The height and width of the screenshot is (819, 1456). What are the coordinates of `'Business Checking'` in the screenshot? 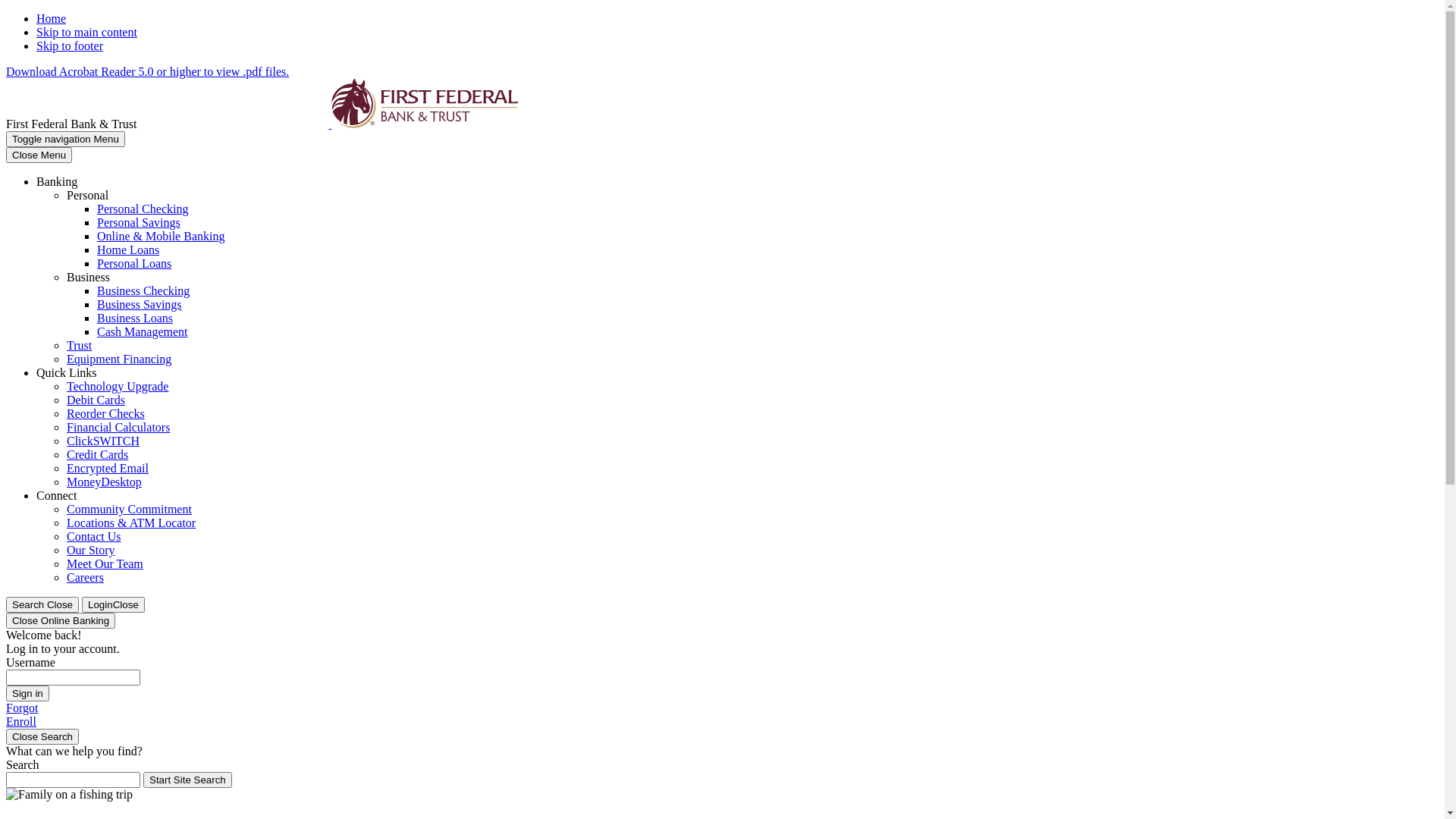 It's located at (143, 290).